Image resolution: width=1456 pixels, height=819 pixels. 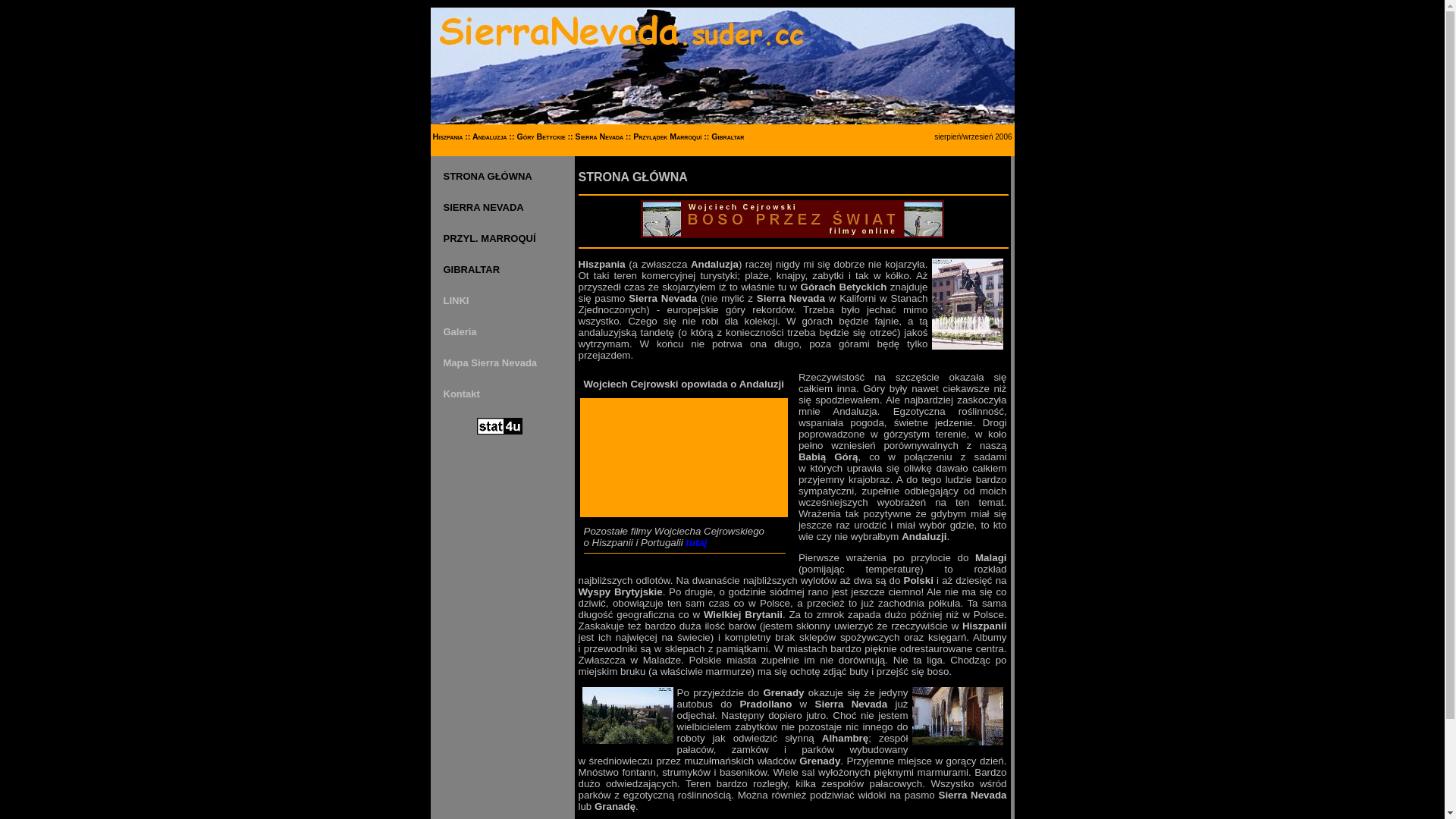 I want to click on 'LINKI', so click(x=454, y=300).